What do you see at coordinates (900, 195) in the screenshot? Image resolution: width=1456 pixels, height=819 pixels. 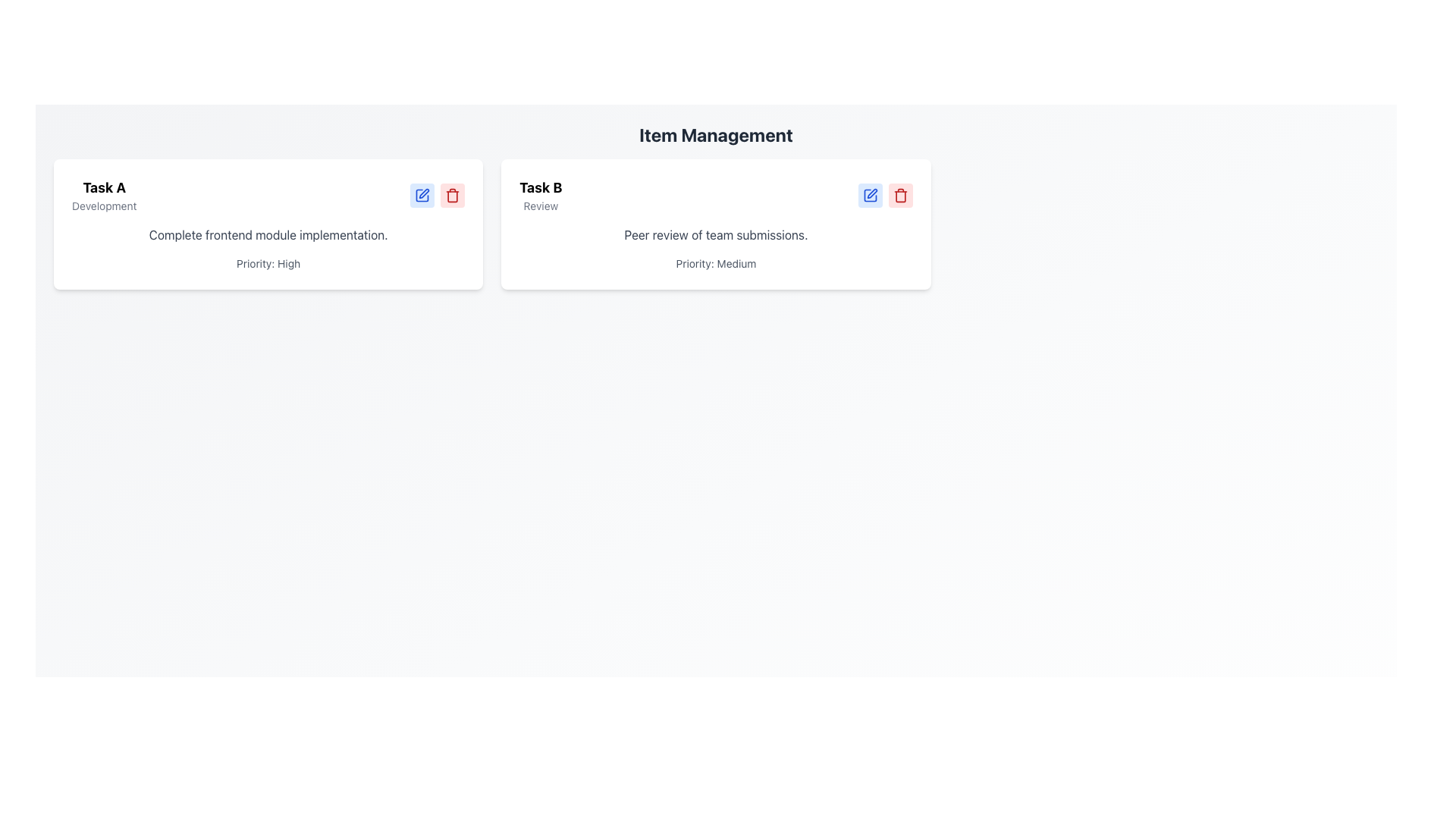 I see `the delete button located on the right side of the horizontal button group within the card labeled 'Task B', adjacent to the blue circular button with a pencil icon` at bounding box center [900, 195].